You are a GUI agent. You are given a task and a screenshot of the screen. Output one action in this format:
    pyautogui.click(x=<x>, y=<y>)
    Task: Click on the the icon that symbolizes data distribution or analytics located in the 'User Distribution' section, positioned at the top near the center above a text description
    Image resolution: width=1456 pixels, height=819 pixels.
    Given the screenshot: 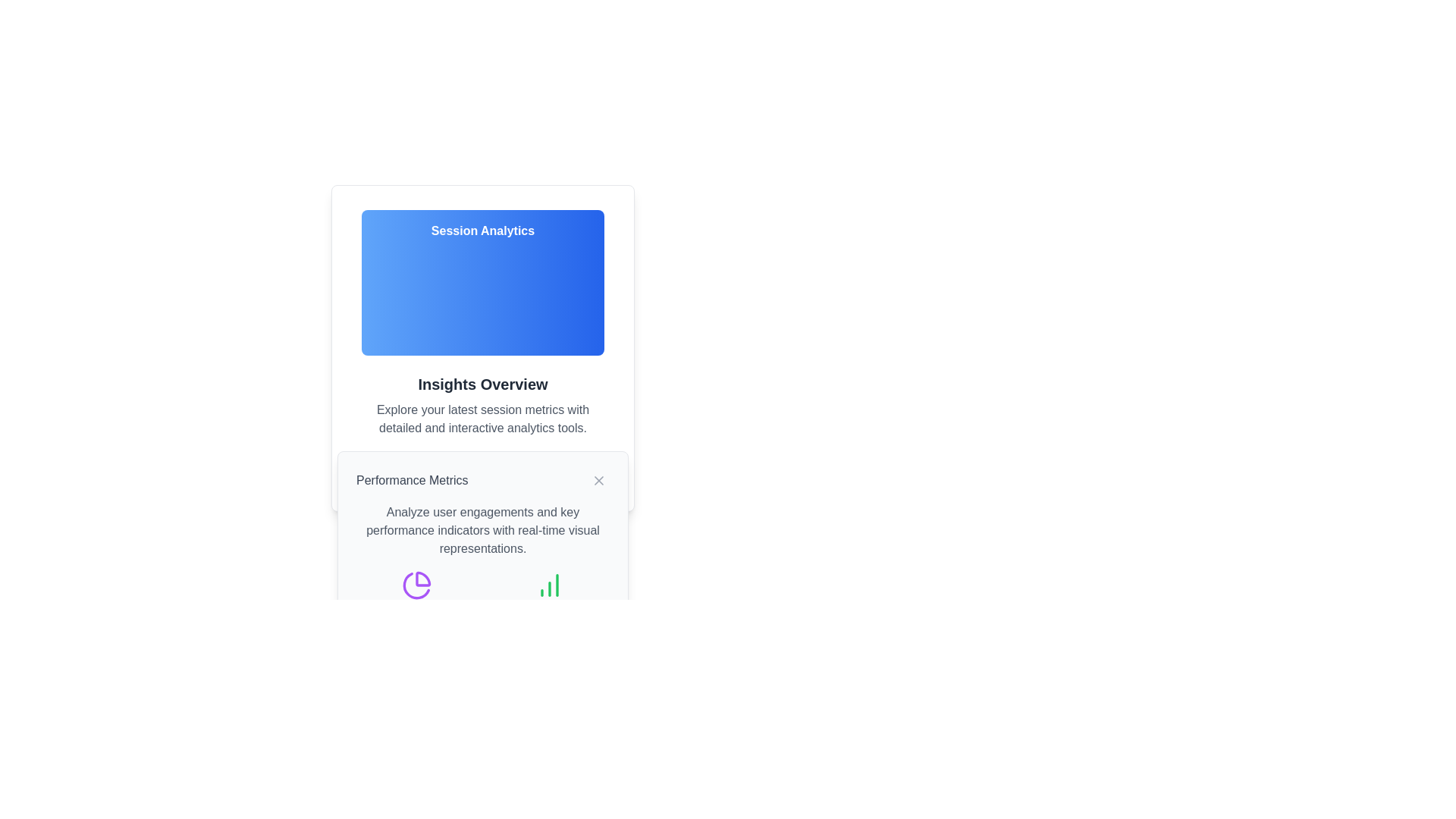 What is the action you would take?
    pyautogui.click(x=416, y=584)
    